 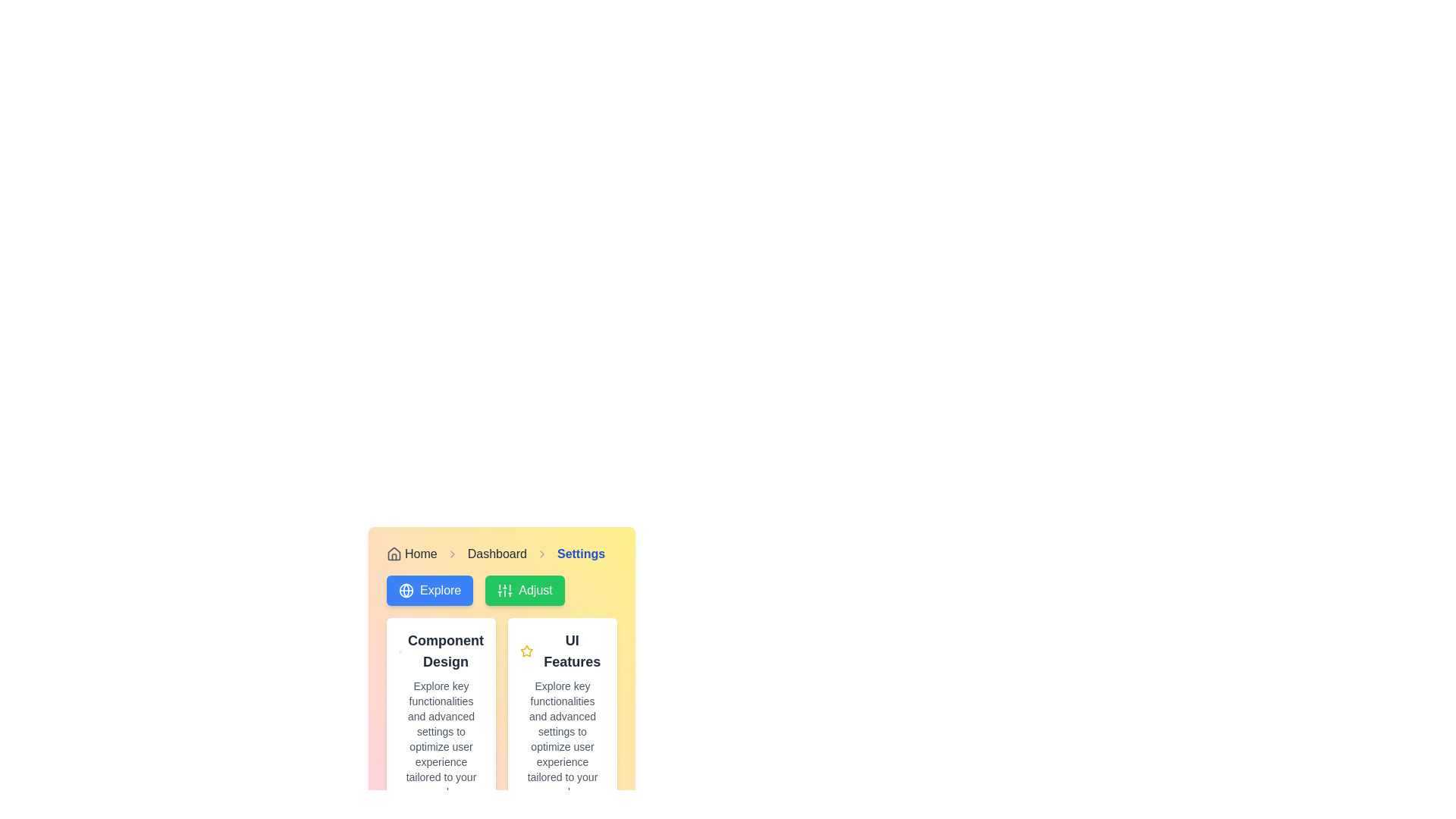 I want to click on the blue 'Explore' button with rounded corners and a globe icon, so click(x=429, y=590).